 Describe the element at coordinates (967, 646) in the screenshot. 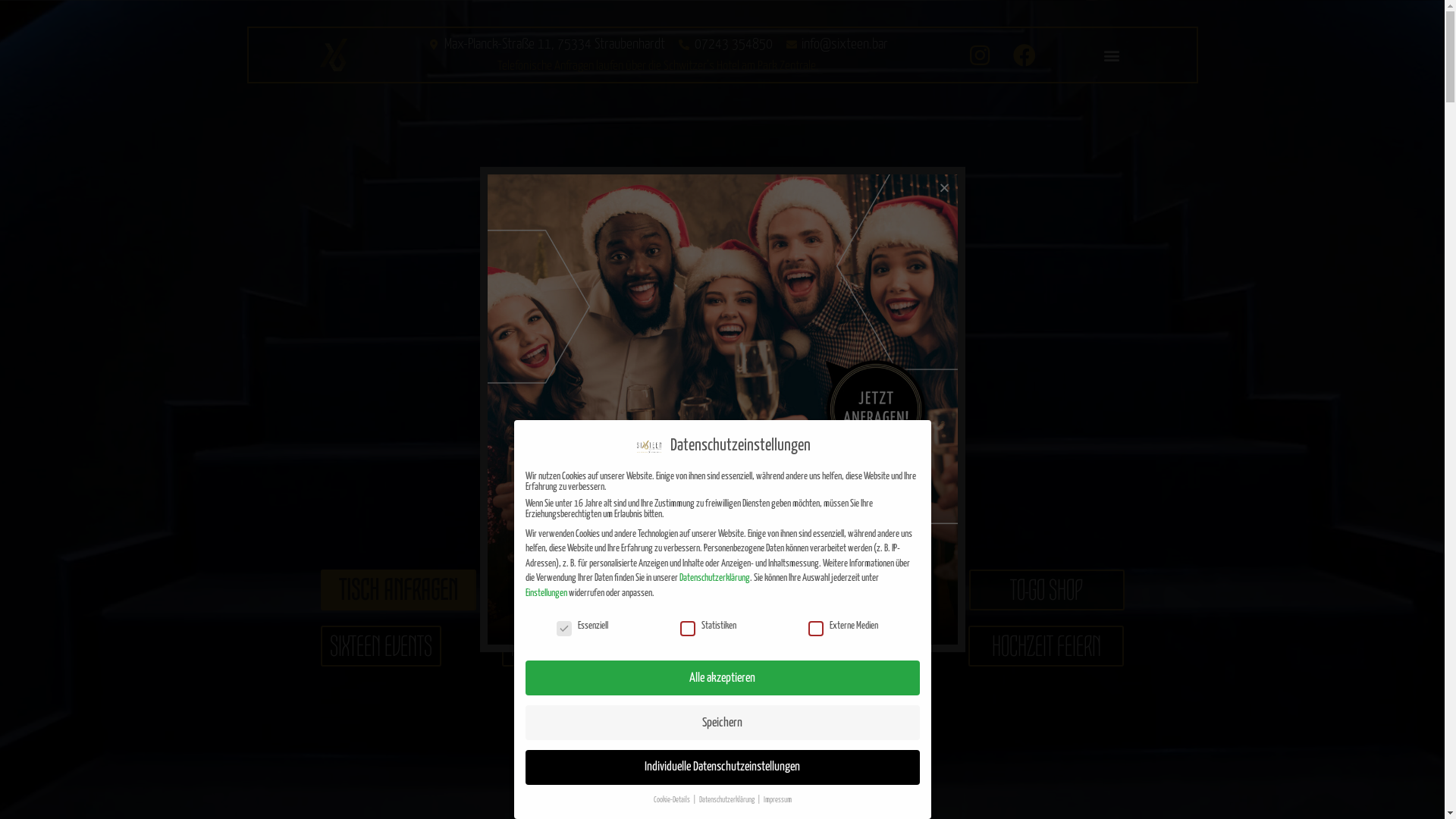

I see `'HOCHZEIT FEIERN'` at that location.